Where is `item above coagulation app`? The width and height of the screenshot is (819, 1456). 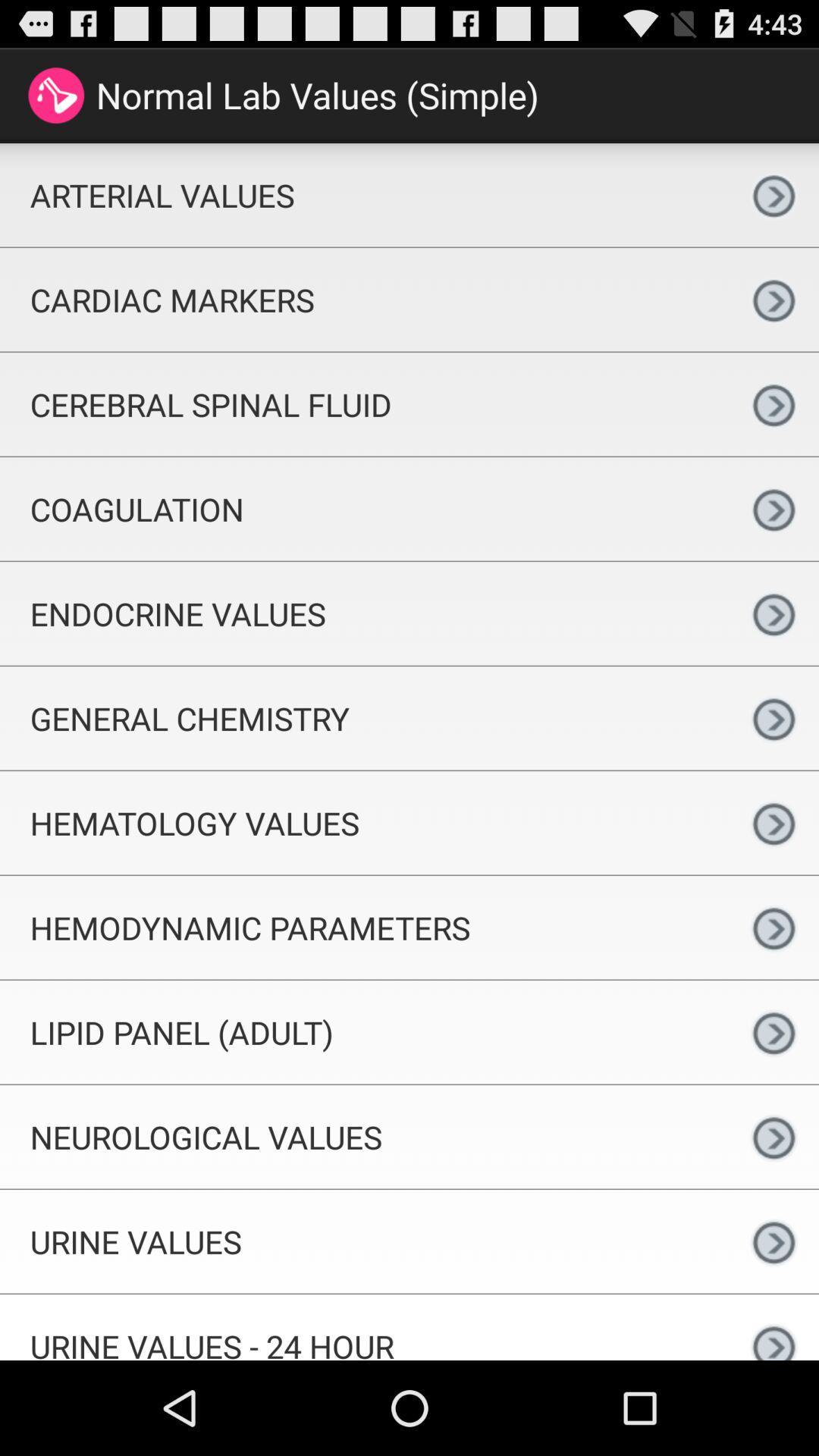 item above coagulation app is located at coordinates (364, 404).